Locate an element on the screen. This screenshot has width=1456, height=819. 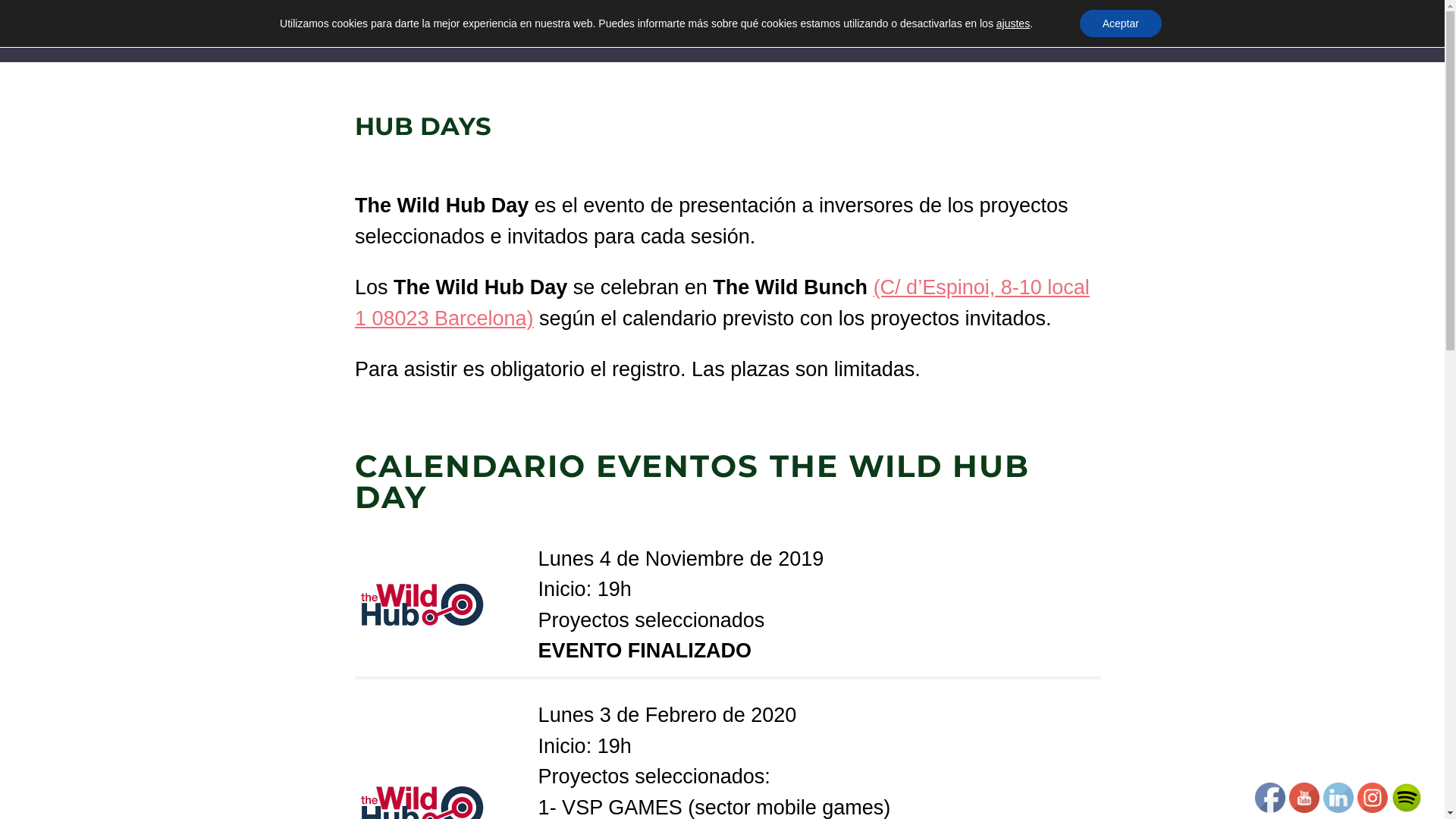
'Instagram' is located at coordinates (1372, 797).